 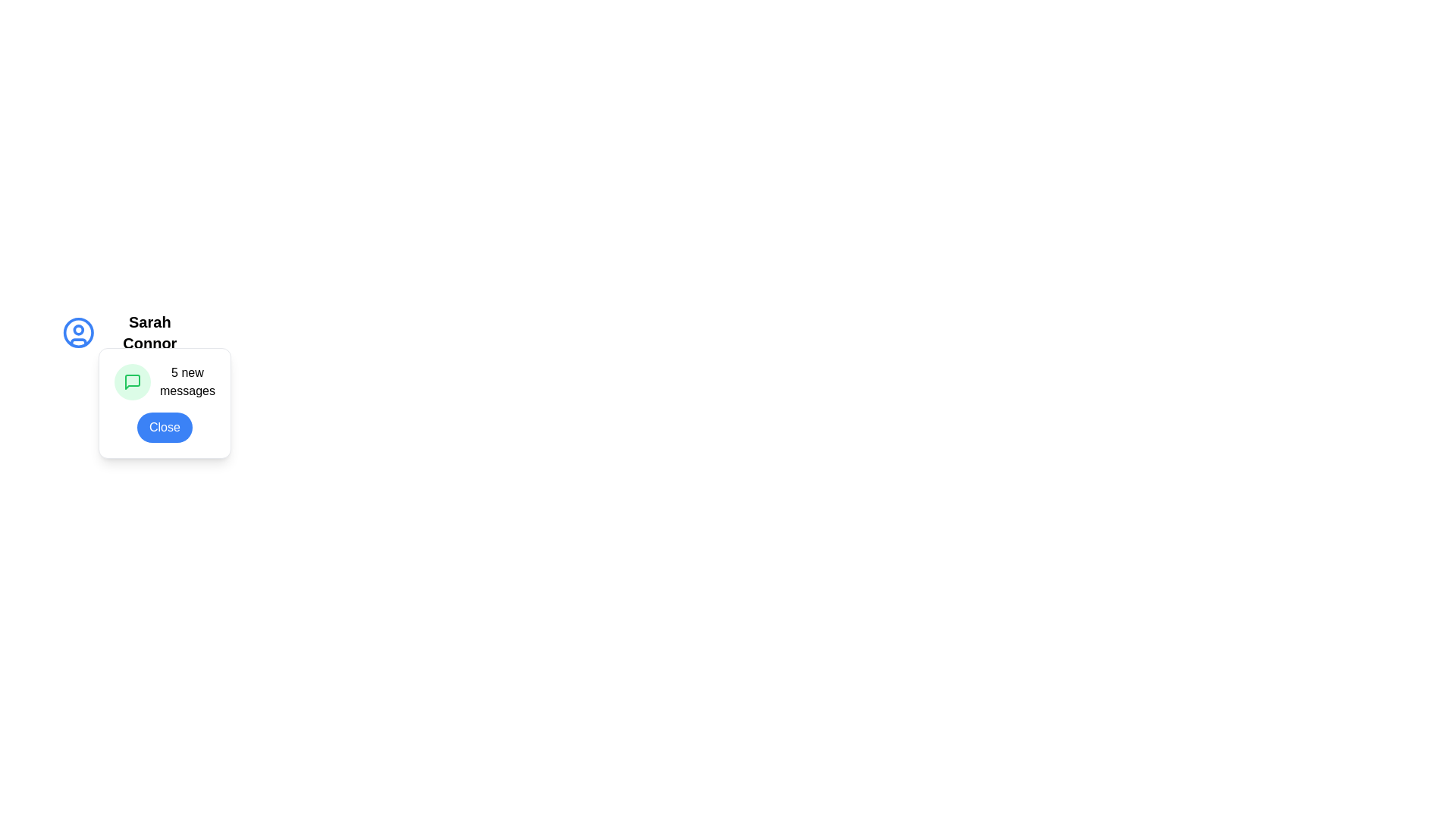 What do you see at coordinates (77, 342) in the screenshot?
I see `the user icon component located beneath two circular elements and adjacent to the label 'Sarah Connor'` at bounding box center [77, 342].